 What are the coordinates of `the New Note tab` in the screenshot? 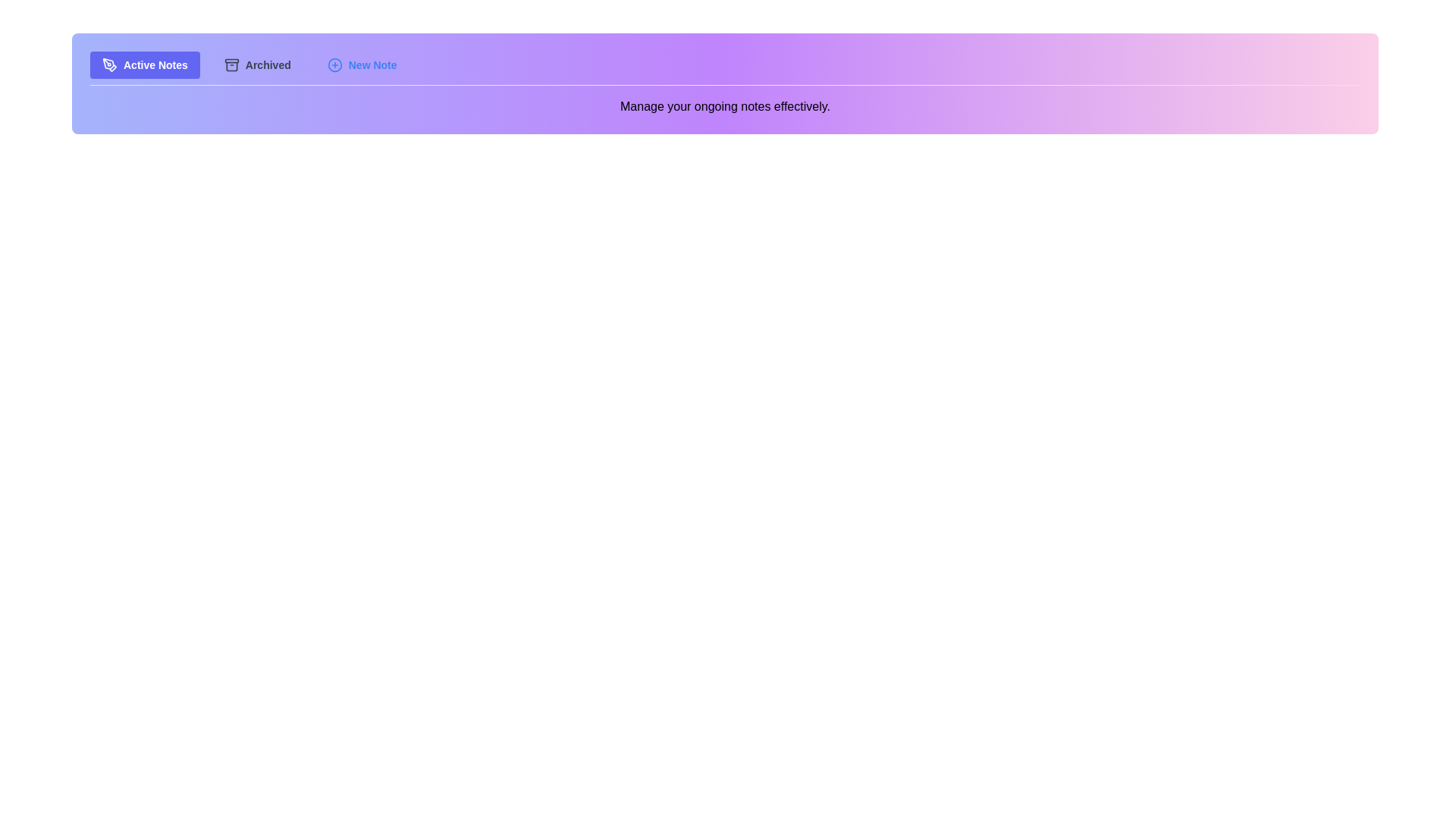 It's located at (360, 64).